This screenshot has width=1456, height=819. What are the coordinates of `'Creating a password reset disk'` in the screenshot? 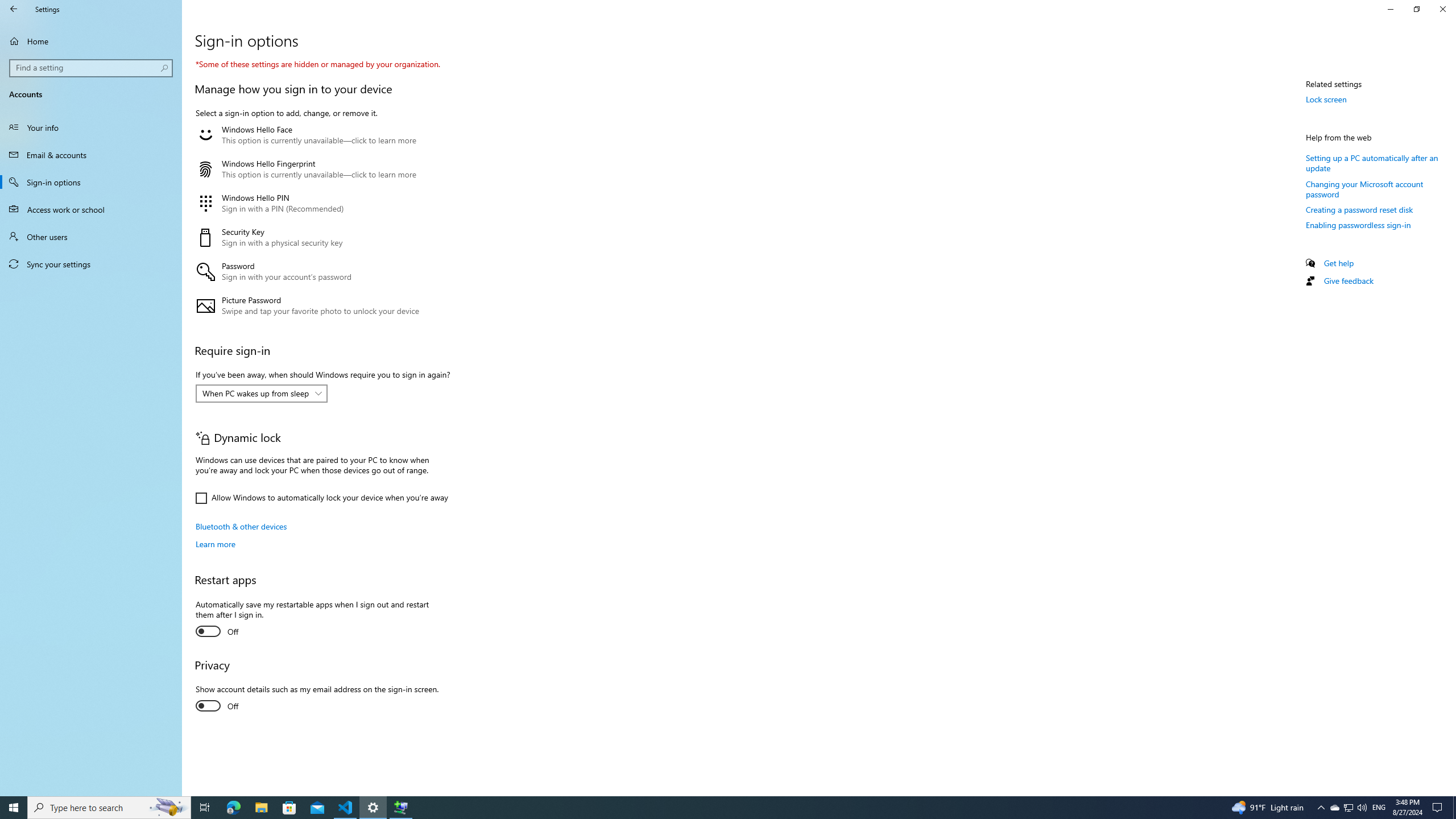 It's located at (1359, 209).